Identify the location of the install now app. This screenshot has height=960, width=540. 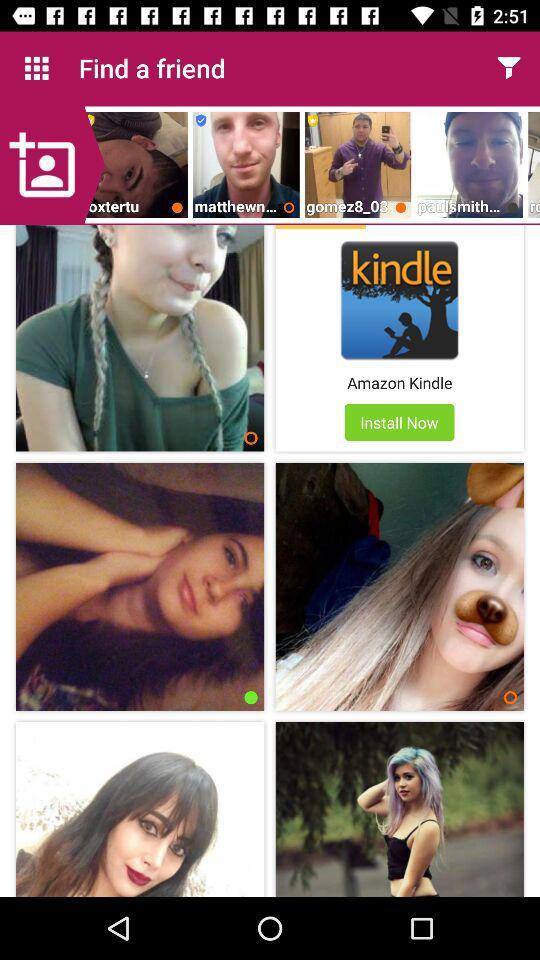
(399, 422).